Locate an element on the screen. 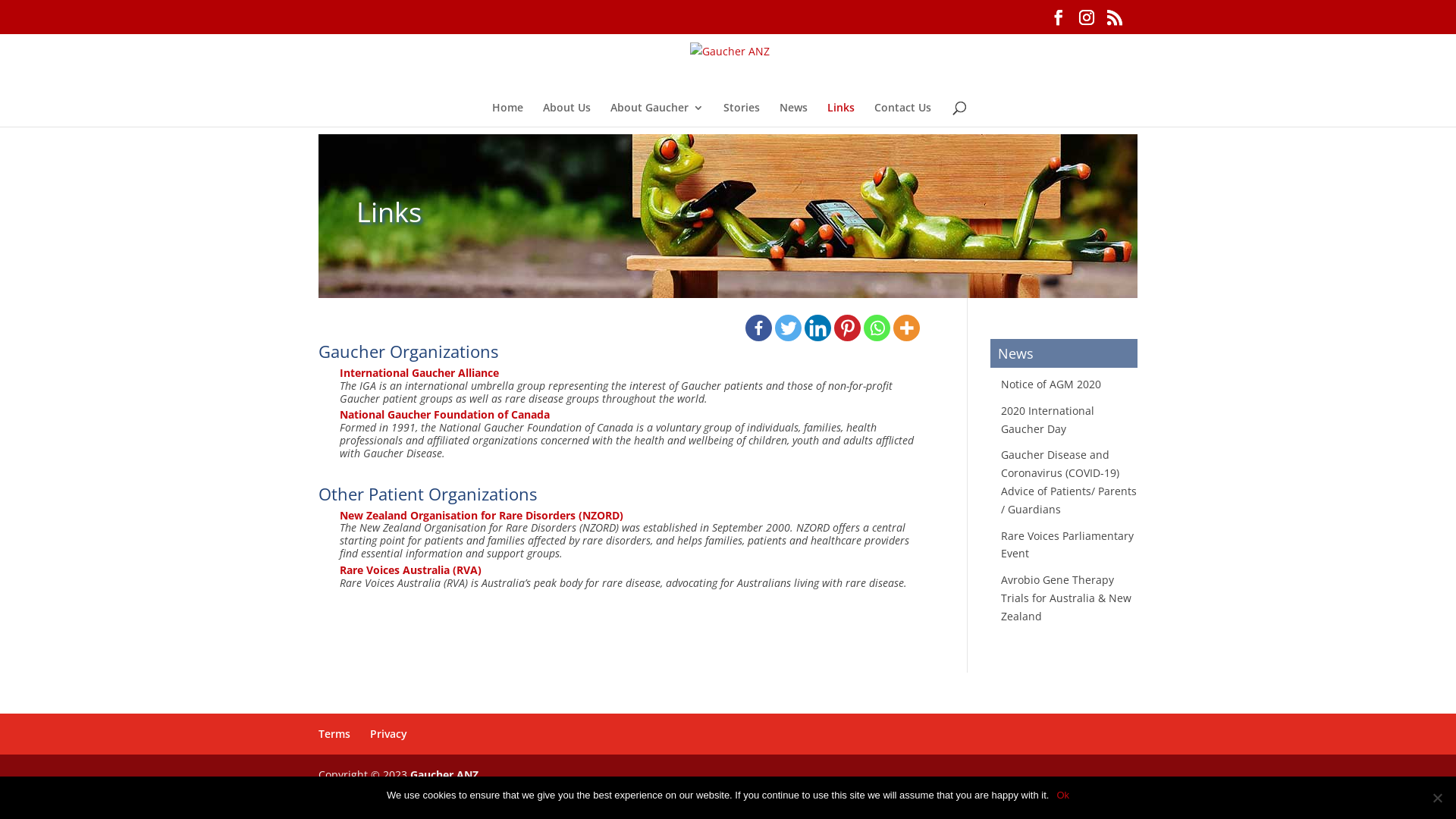  'Notice of AGM 2020' is located at coordinates (1001, 383).